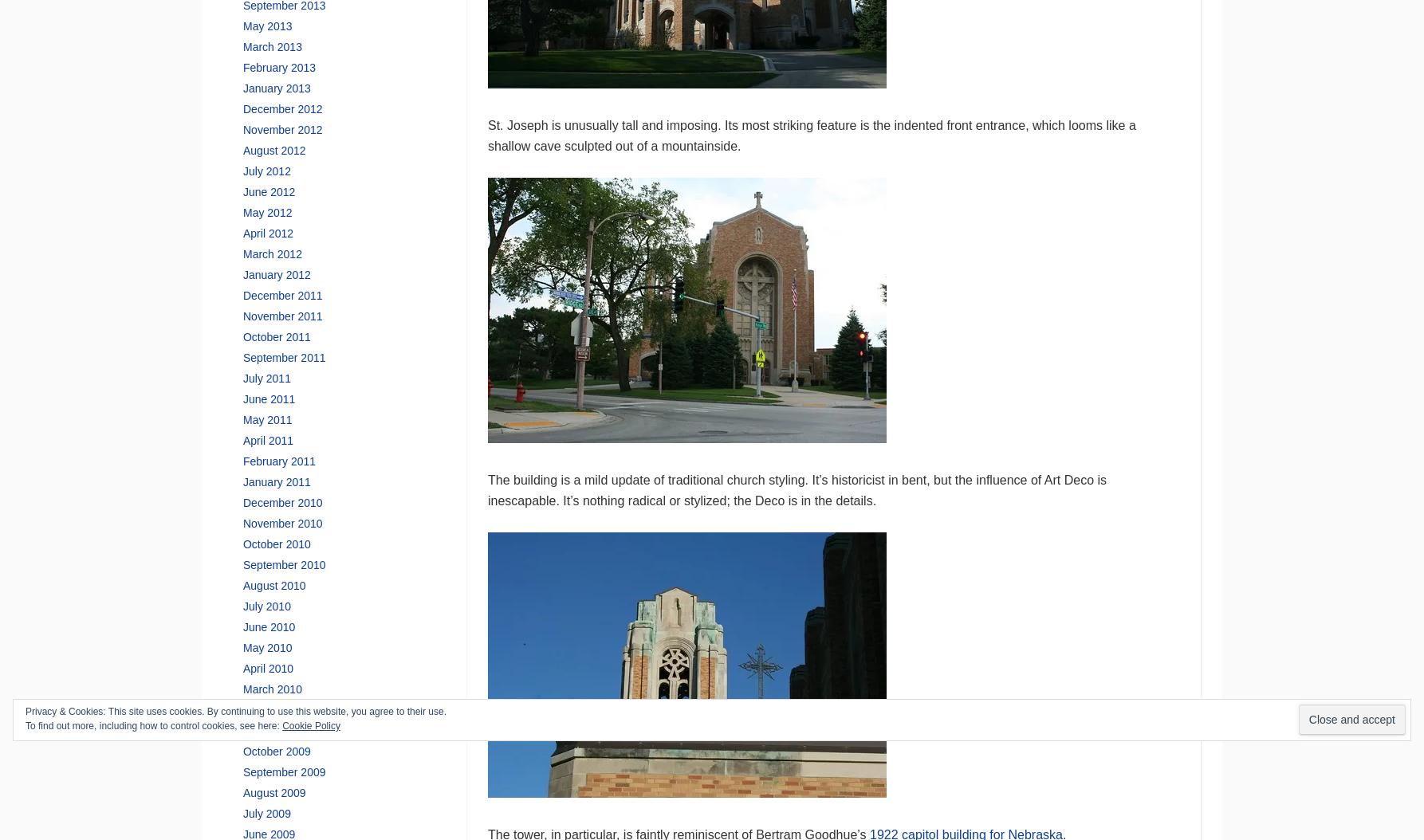 This screenshot has width=1424, height=840. I want to click on 'May 2010', so click(267, 646).